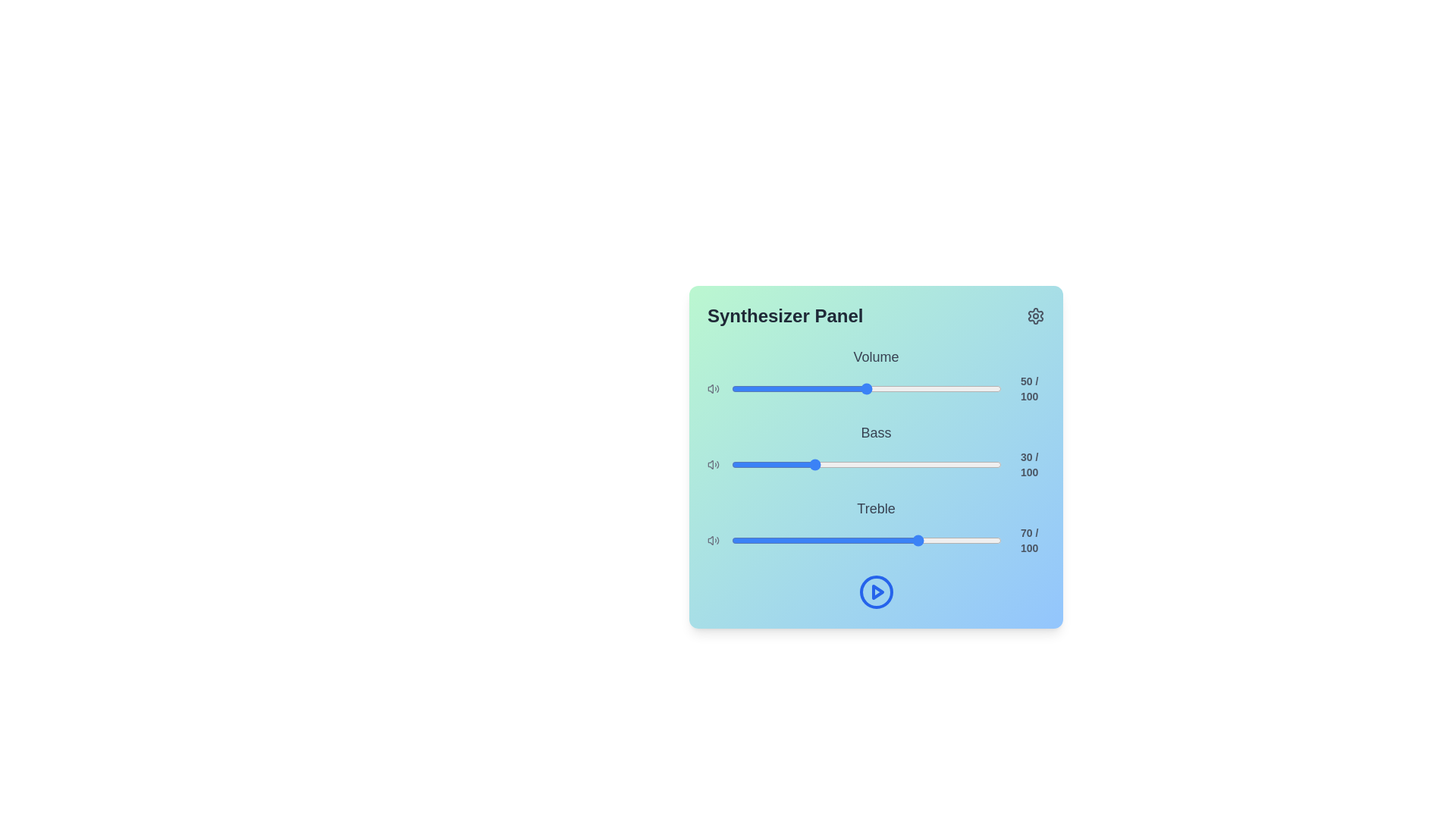  I want to click on the bass slider to set the bass level to 4, so click(742, 464).